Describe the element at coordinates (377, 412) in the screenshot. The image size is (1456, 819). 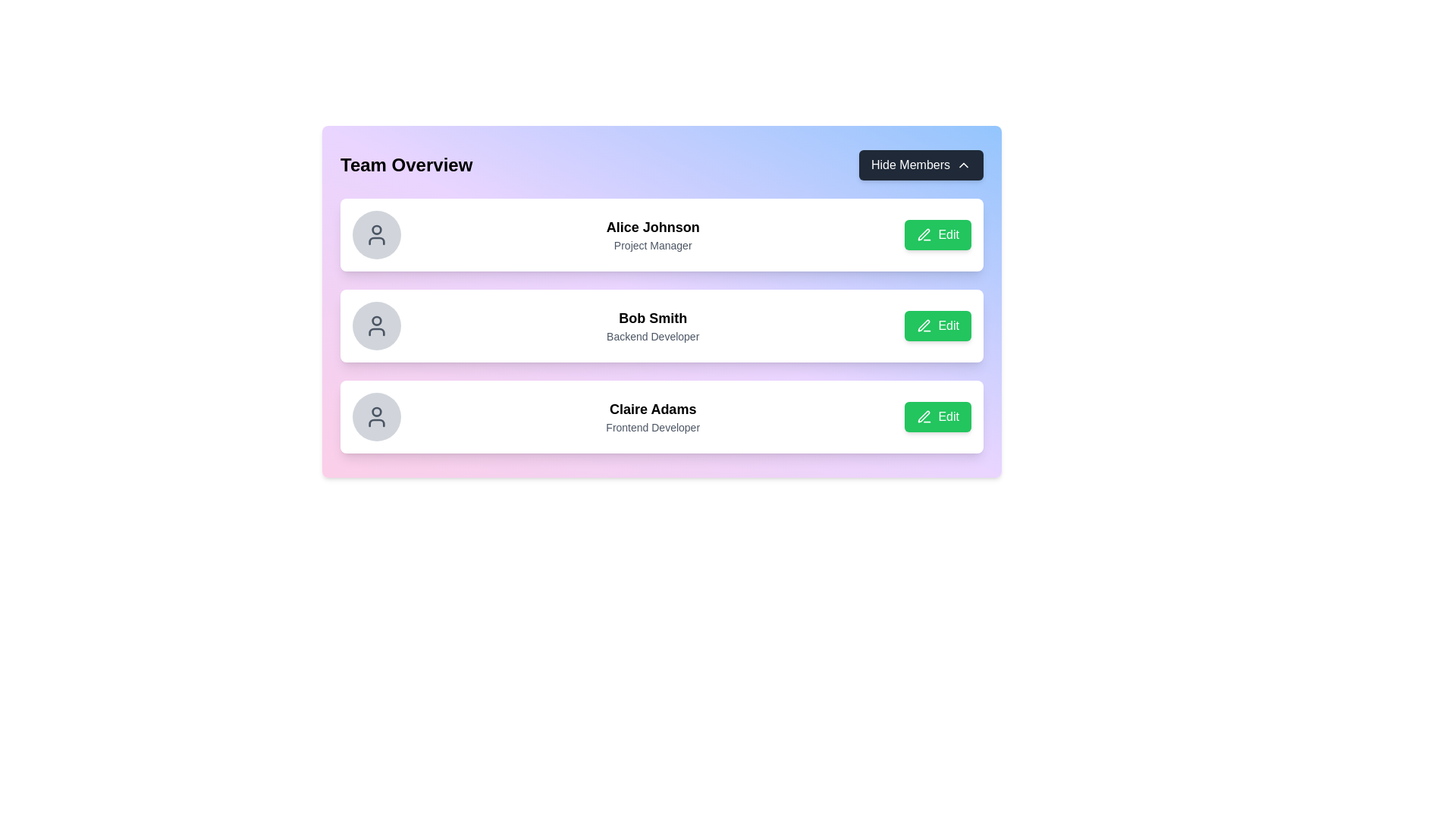
I see `the inner circular component of the profile icon associated with Claire Adams in the 'Team Overview' list, located on the left side of the third row` at that location.